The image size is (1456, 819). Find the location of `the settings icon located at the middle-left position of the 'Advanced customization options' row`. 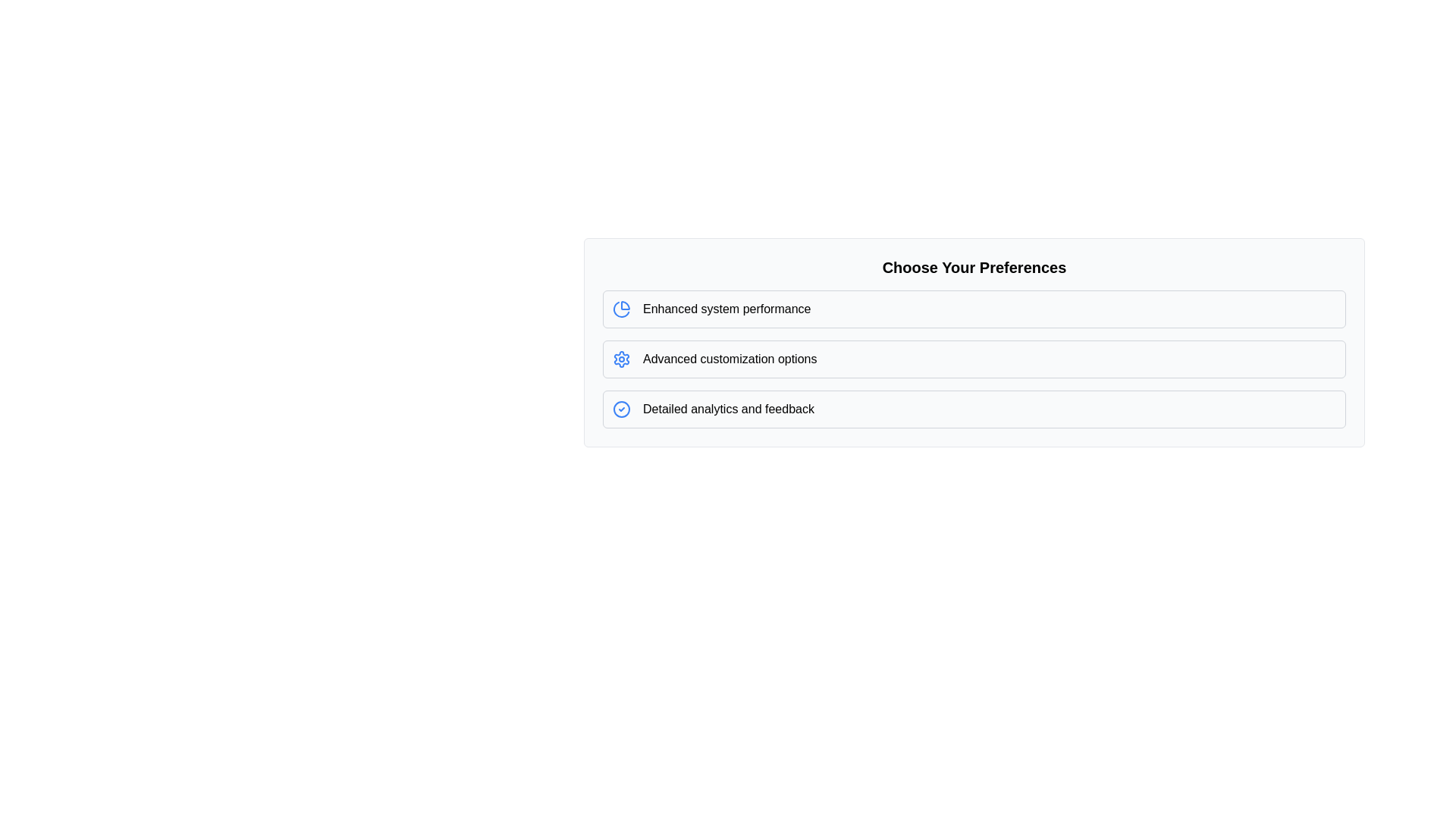

the settings icon located at the middle-left position of the 'Advanced customization options' row is located at coordinates (622, 359).